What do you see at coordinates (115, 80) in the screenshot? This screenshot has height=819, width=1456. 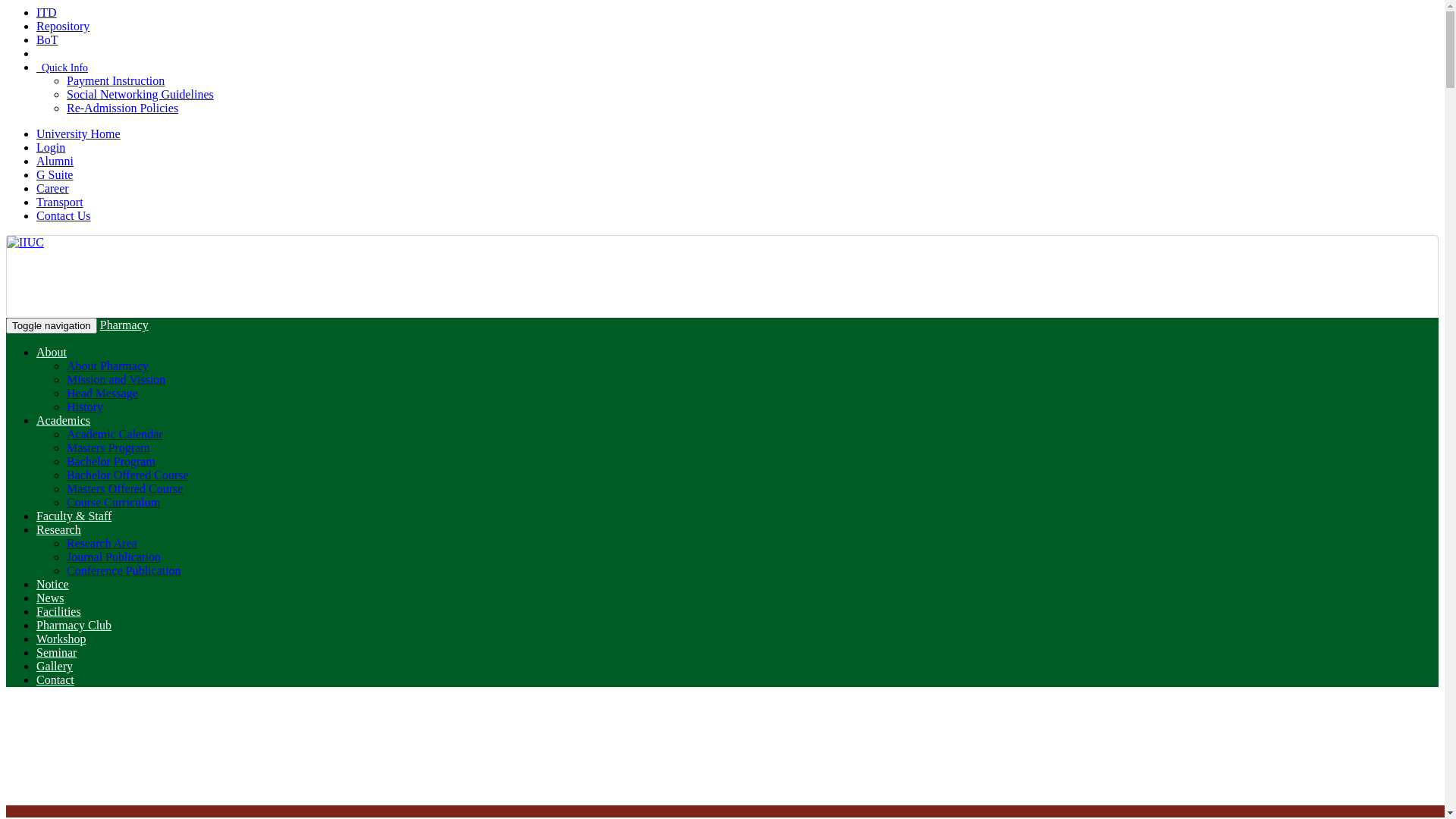 I see `'Payment Instruction'` at bounding box center [115, 80].